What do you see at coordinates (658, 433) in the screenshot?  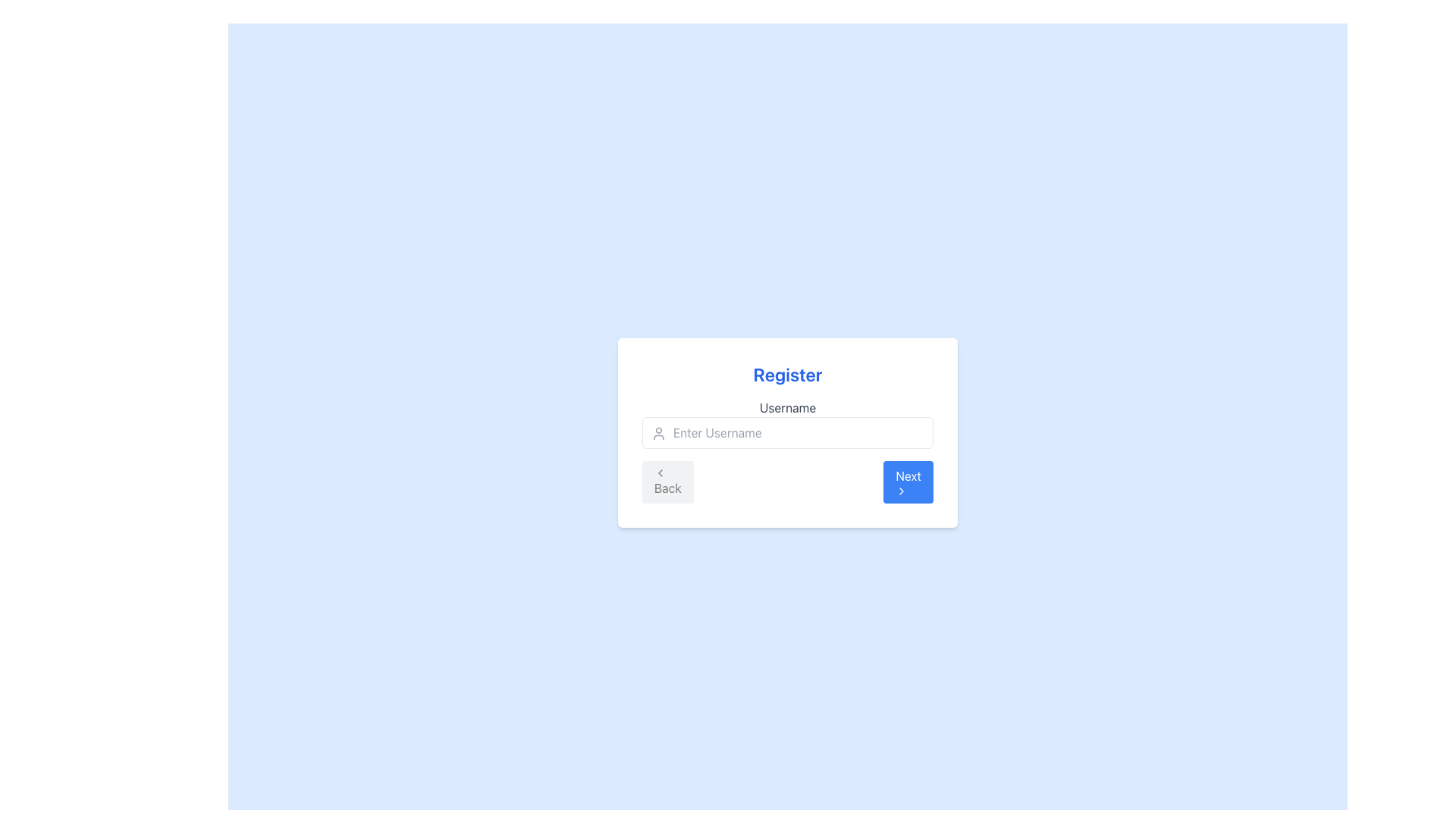 I see `the decorative icon located to the left inside the username input field labeled 'Enter Username' in the registration form` at bounding box center [658, 433].